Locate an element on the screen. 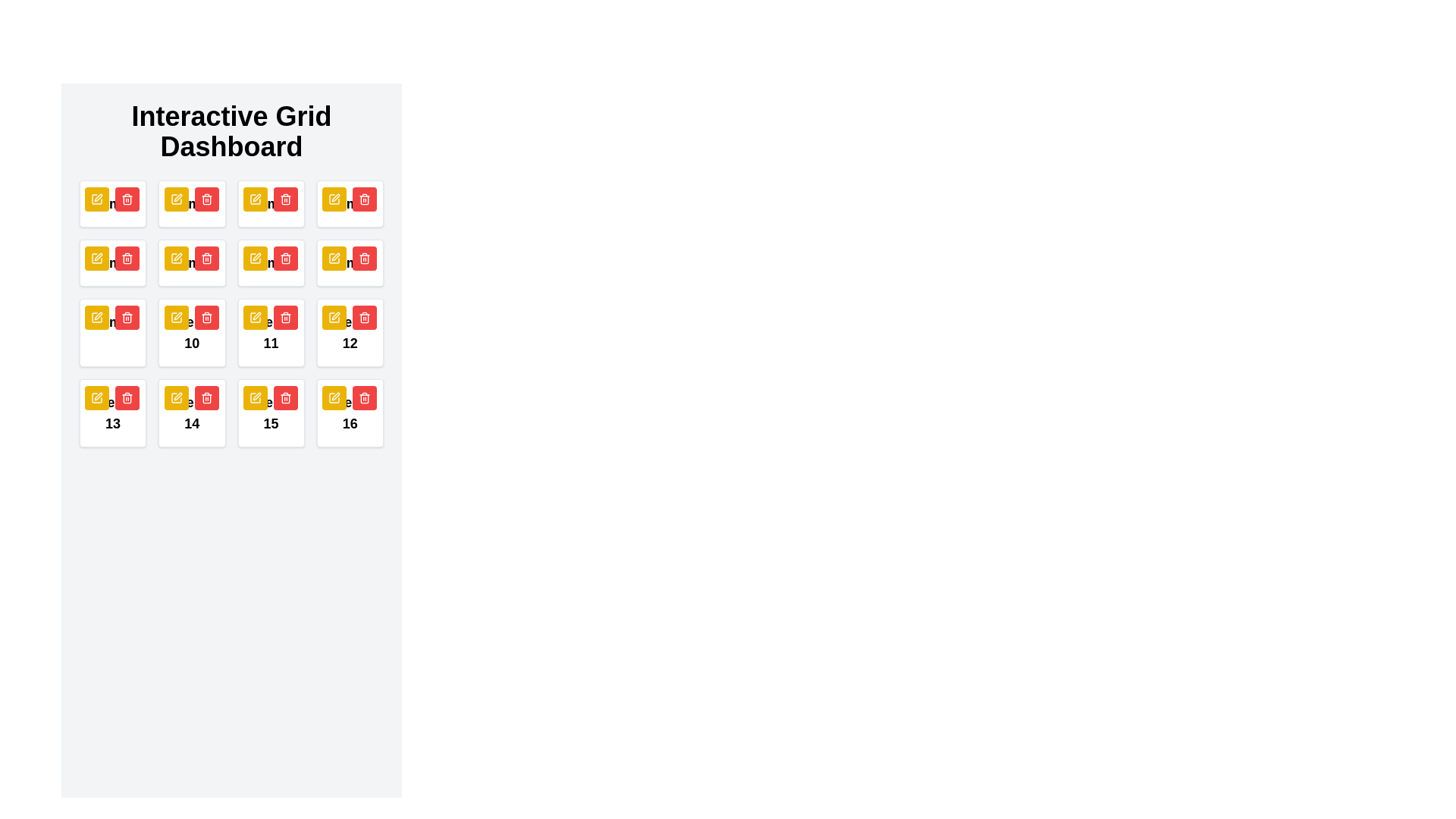 This screenshot has width=1456, height=819. the edit button located at the top right corner of the white grid card is located at coordinates (255, 317).